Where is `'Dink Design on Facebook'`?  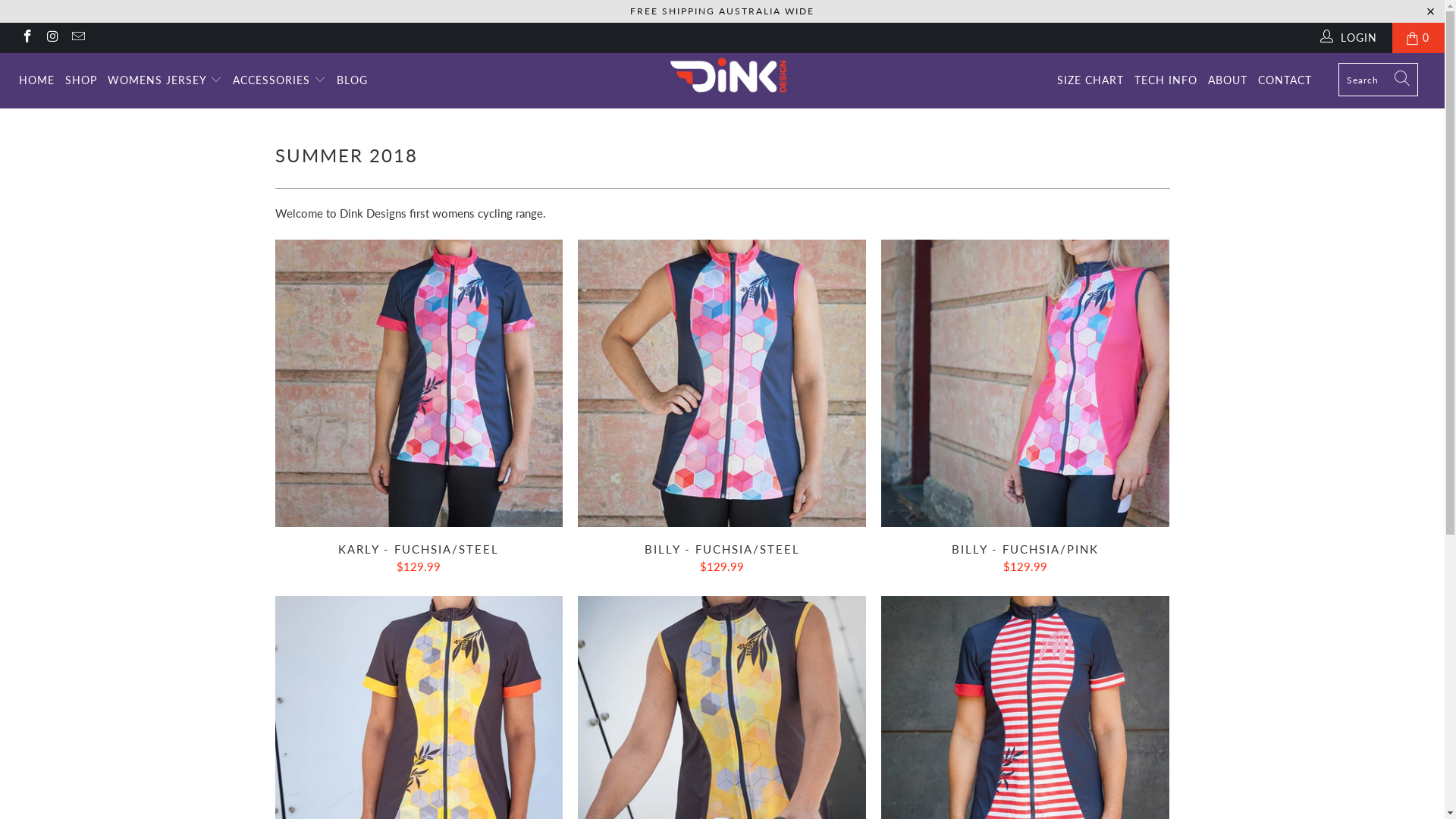 'Dink Design on Facebook' is located at coordinates (26, 36).